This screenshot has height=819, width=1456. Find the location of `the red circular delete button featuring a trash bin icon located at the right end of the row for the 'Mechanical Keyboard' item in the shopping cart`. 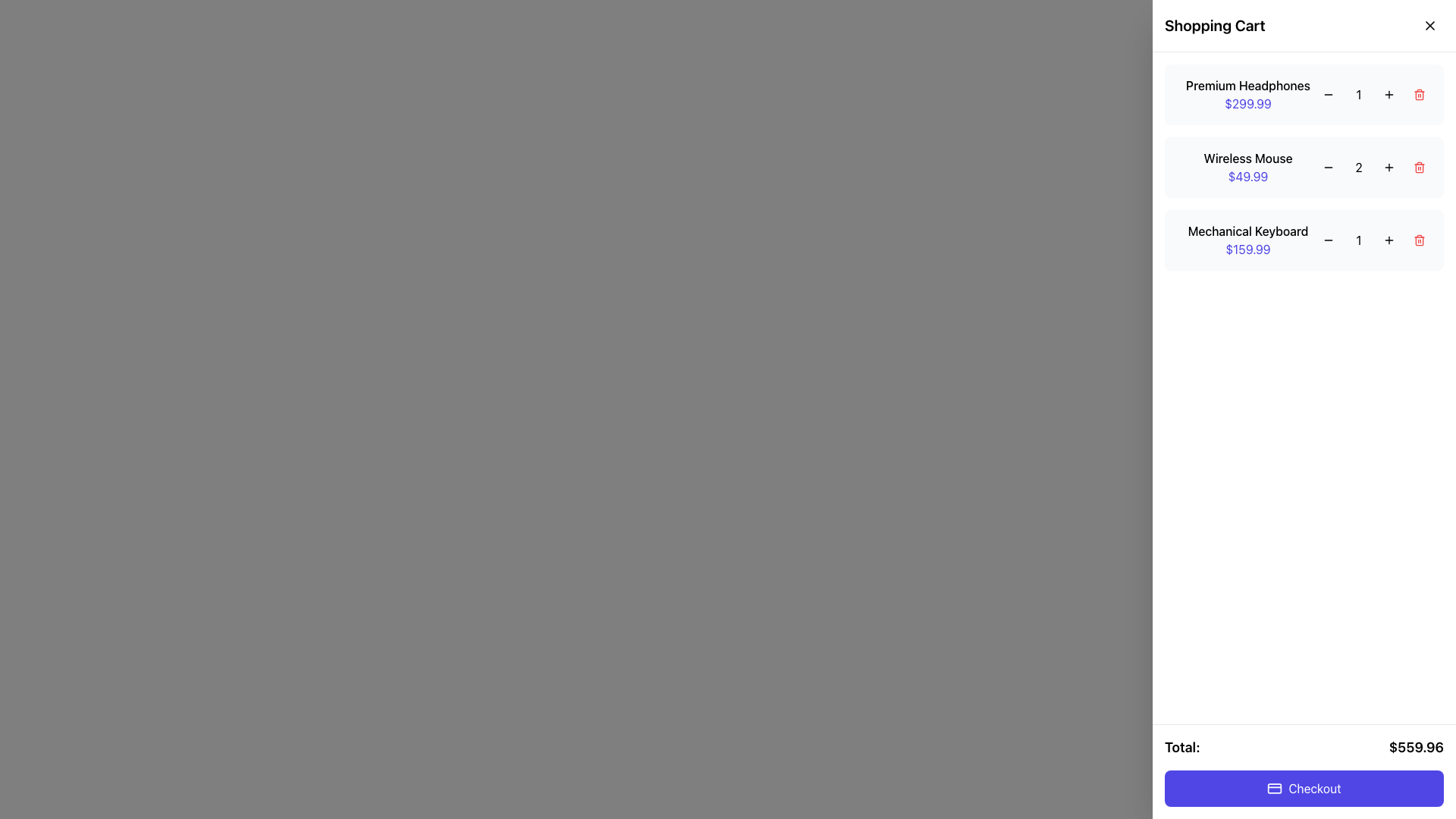

the red circular delete button featuring a trash bin icon located at the right end of the row for the 'Mechanical Keyboard' item in the shopping cart is located at coordinates (1419, 239).